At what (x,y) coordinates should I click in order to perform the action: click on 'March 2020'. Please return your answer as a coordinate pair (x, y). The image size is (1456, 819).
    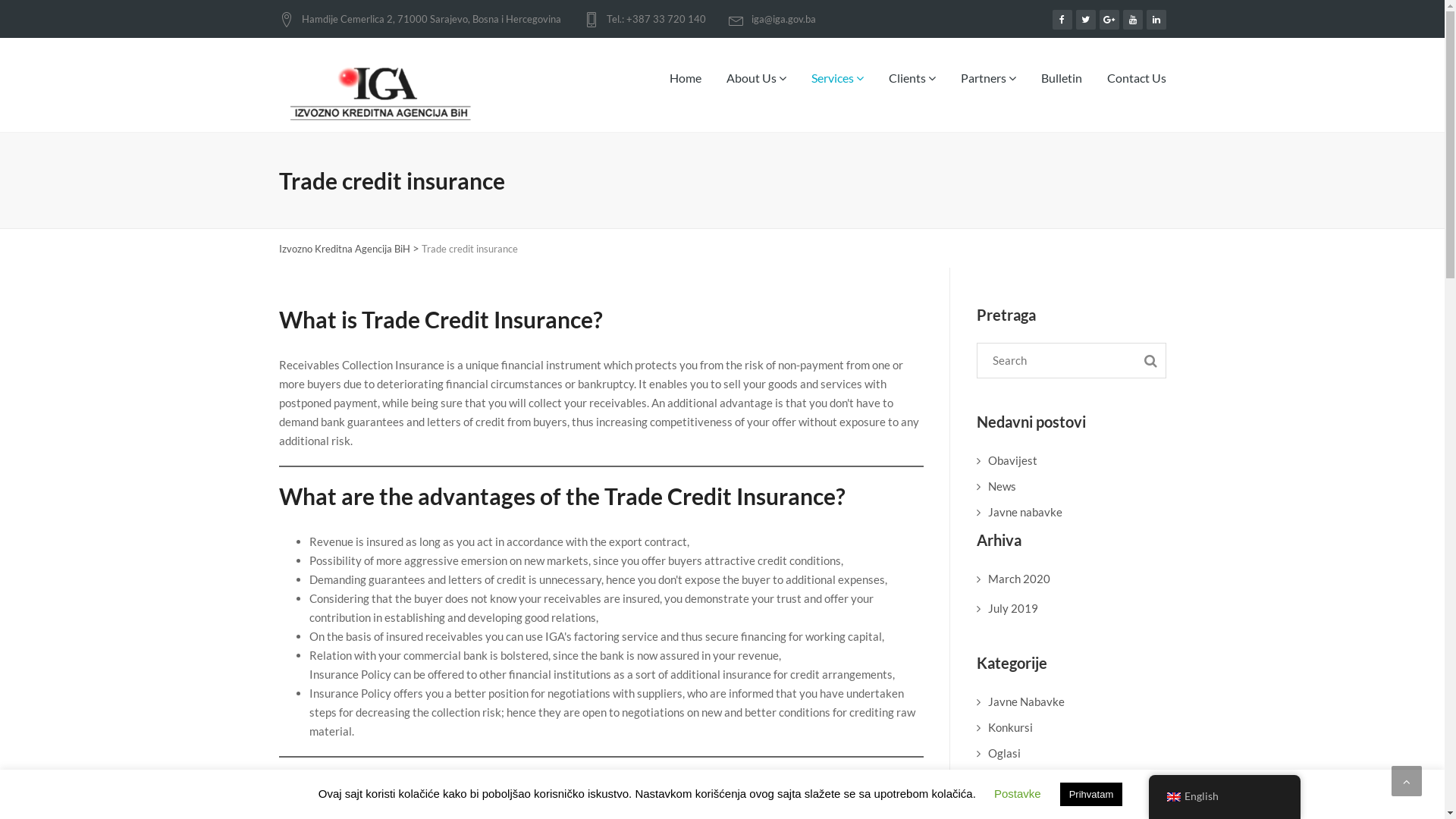
    Looking at the image, I should click on (1018, 579).